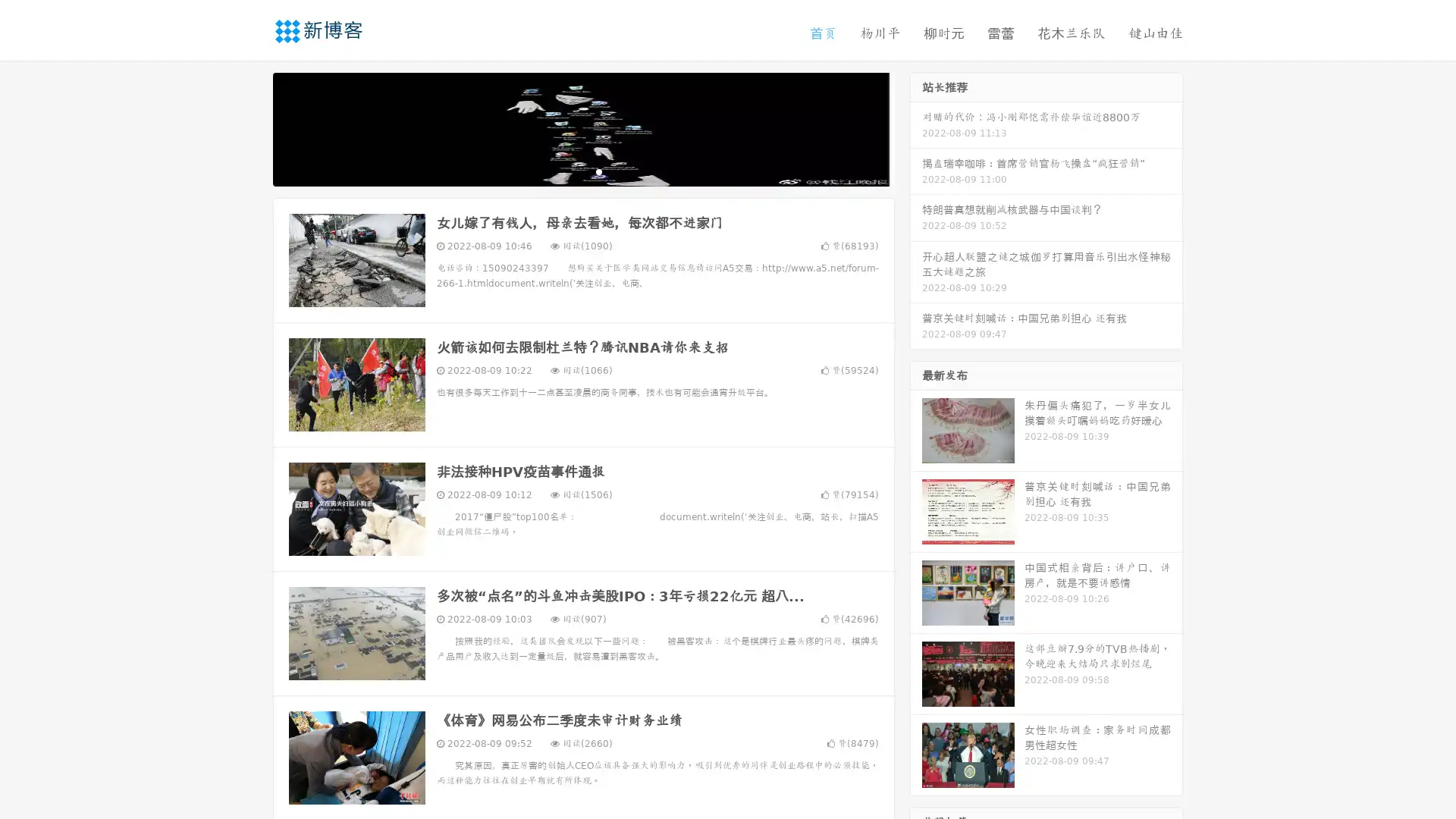  I want to click on Next slide, so click(916, 127).